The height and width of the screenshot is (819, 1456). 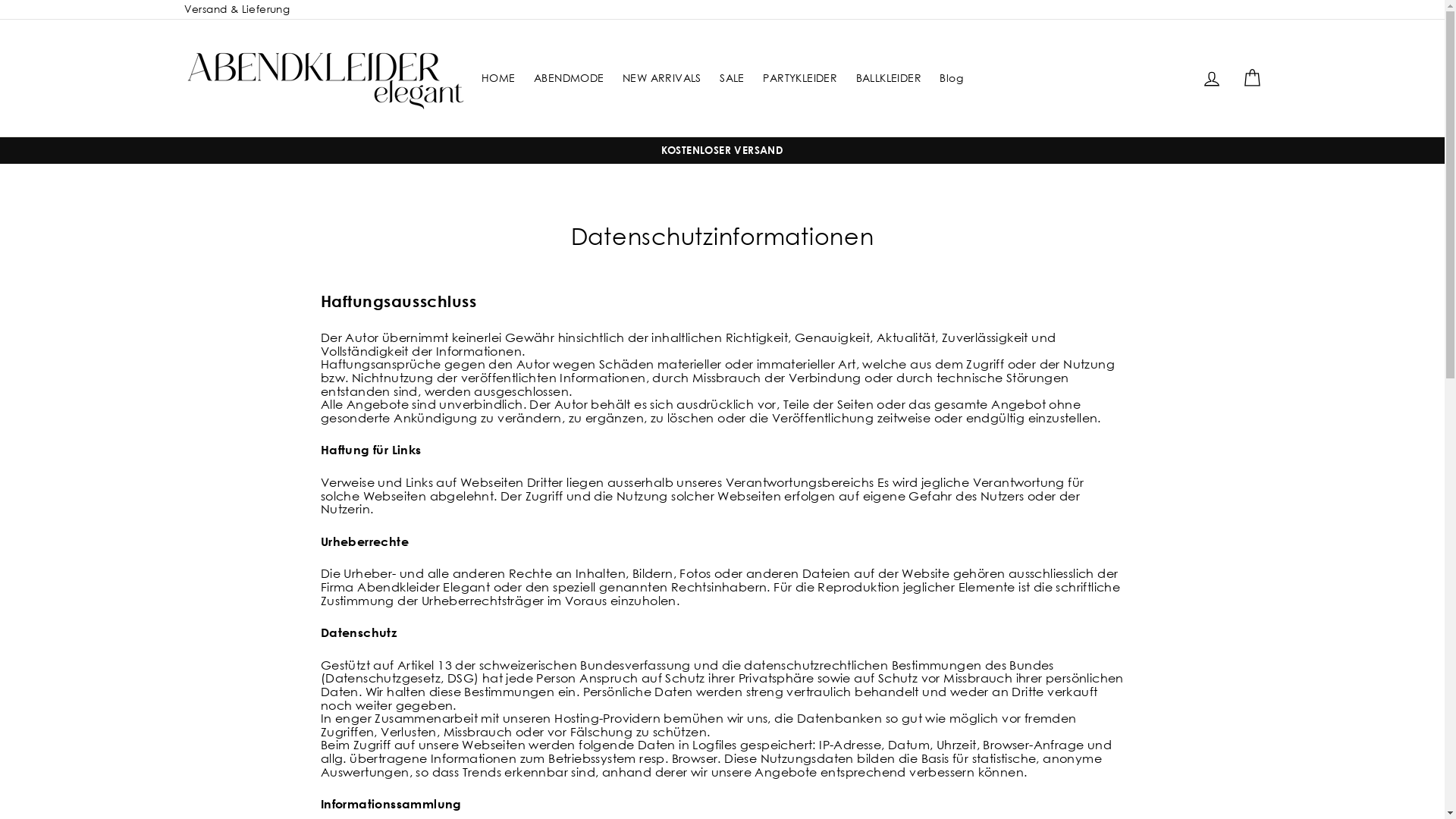 I want to click on 'Einloggen', so click(x=1211, y=77).